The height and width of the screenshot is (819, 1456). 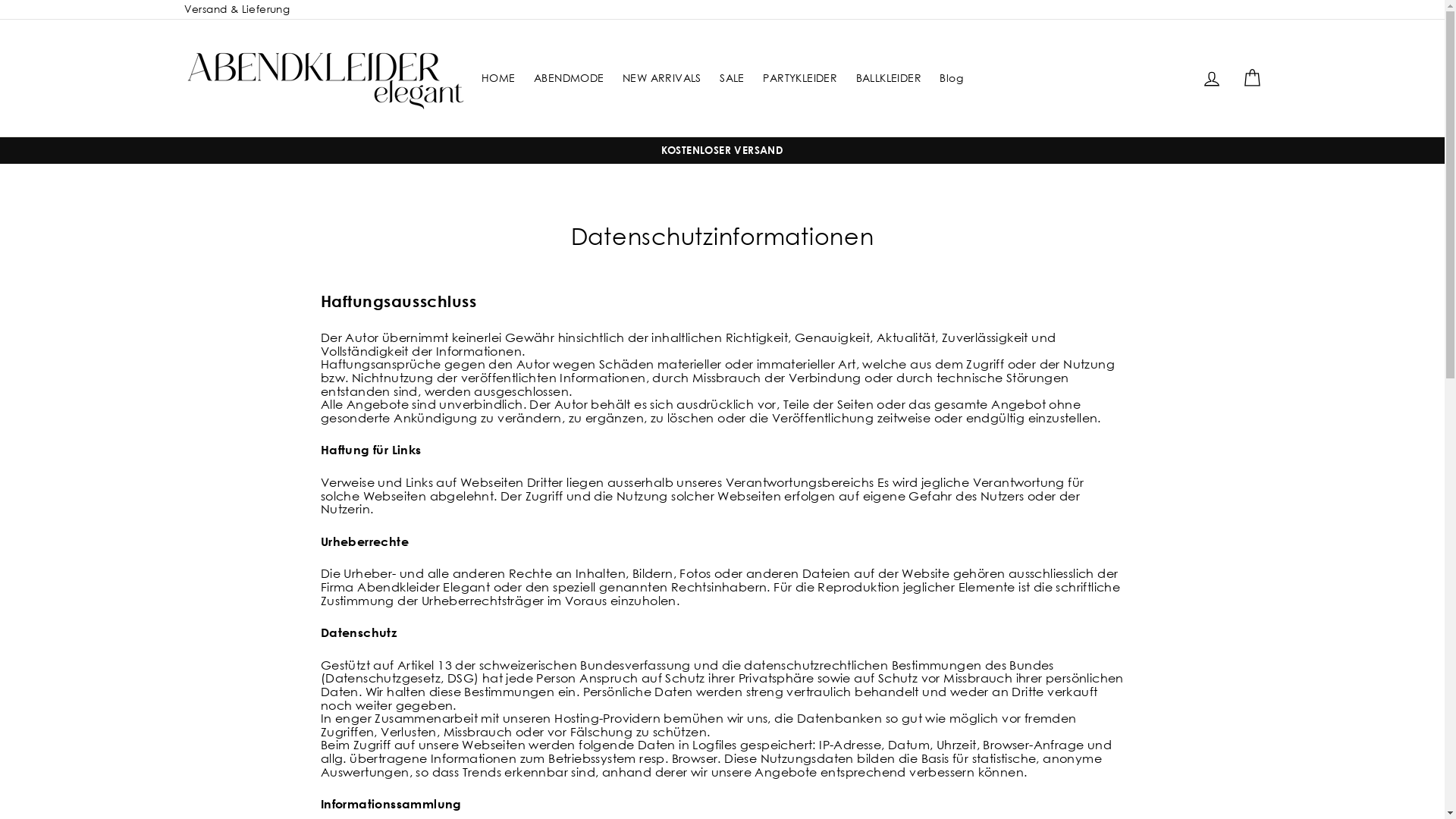 I want to click on 'Einloggen', so click(x=1211, y=77).